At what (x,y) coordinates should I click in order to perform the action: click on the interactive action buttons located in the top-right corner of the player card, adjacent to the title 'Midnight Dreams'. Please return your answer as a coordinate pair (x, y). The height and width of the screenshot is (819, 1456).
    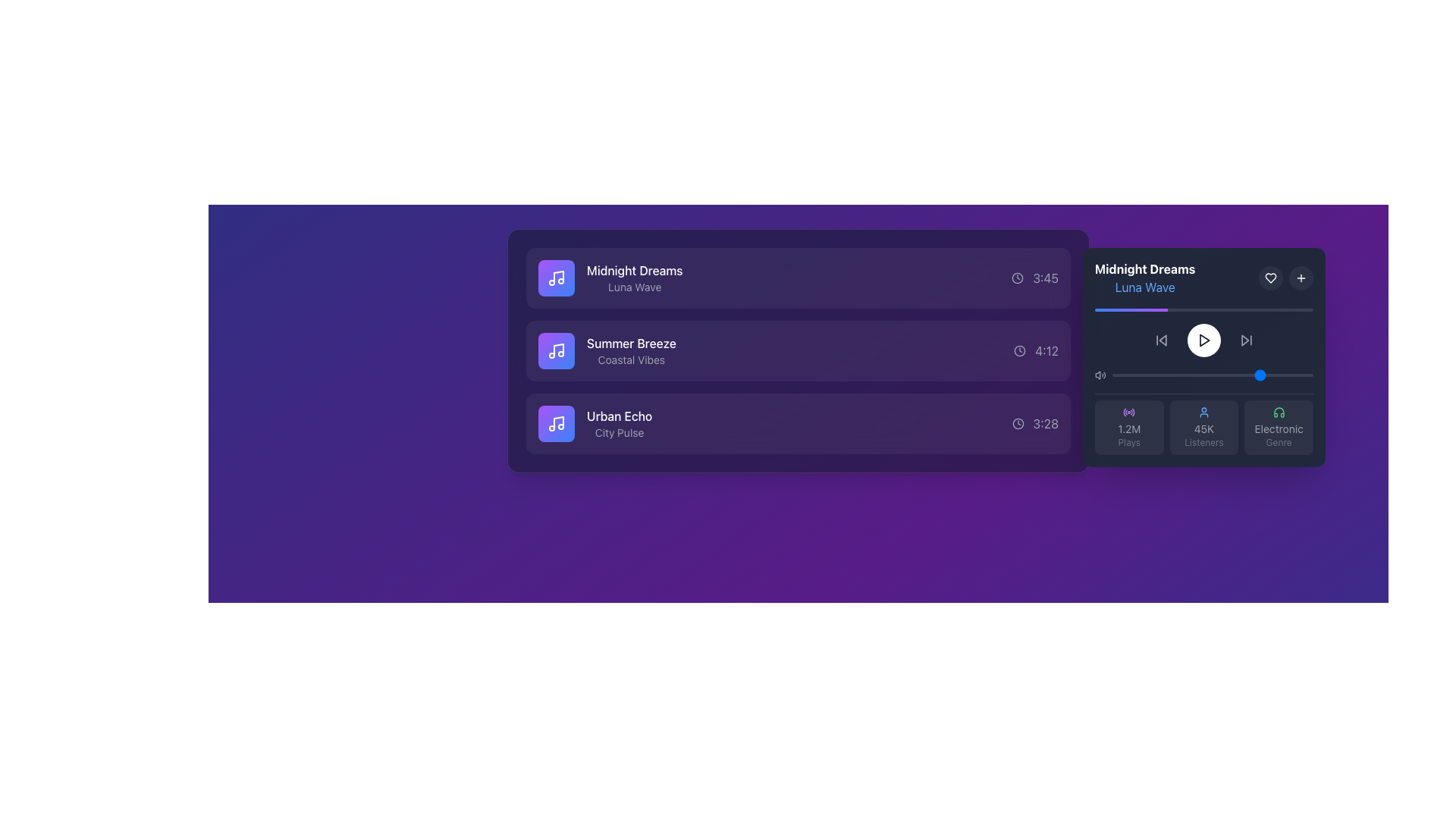
    Looking at the image, I should click on (1285, 278).